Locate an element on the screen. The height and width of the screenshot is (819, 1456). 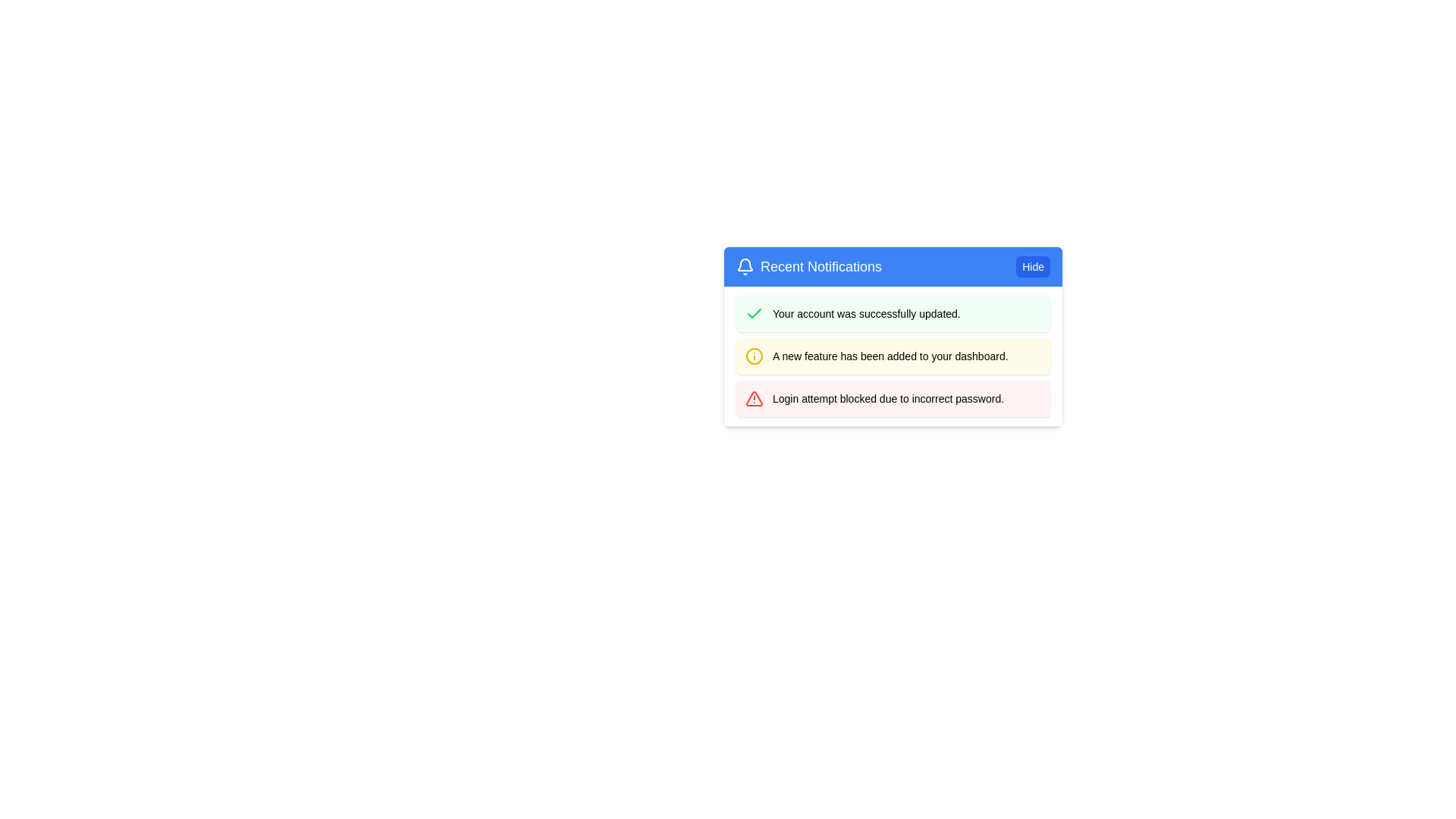
the 'Recent Notifications' text label, which is a bold, white text on a blue background, located in the top-left region of the notification panel is located at coordinates (821, 265).